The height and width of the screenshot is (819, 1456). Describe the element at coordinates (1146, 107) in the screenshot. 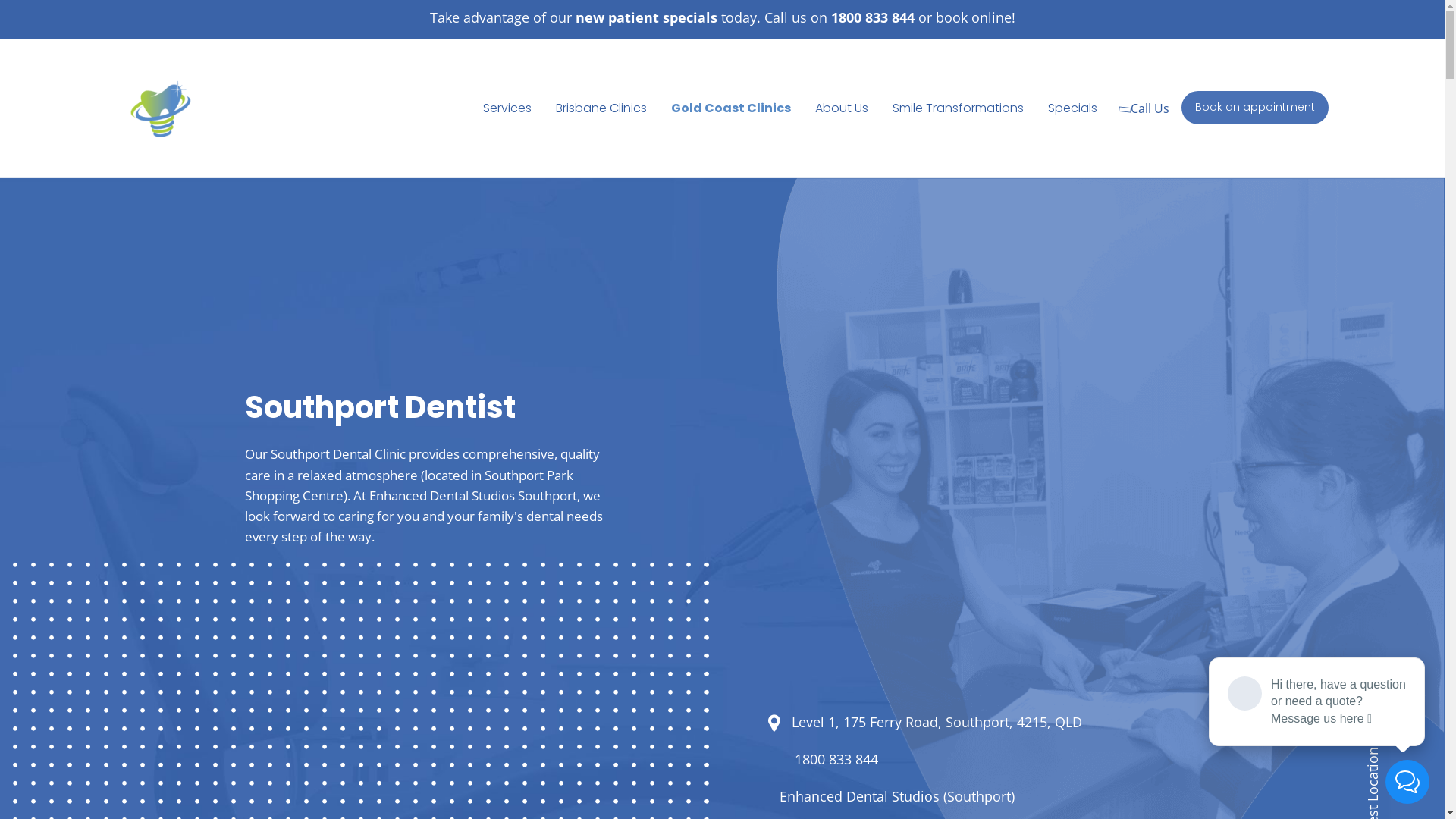

I see `'Call Us'` at that location.